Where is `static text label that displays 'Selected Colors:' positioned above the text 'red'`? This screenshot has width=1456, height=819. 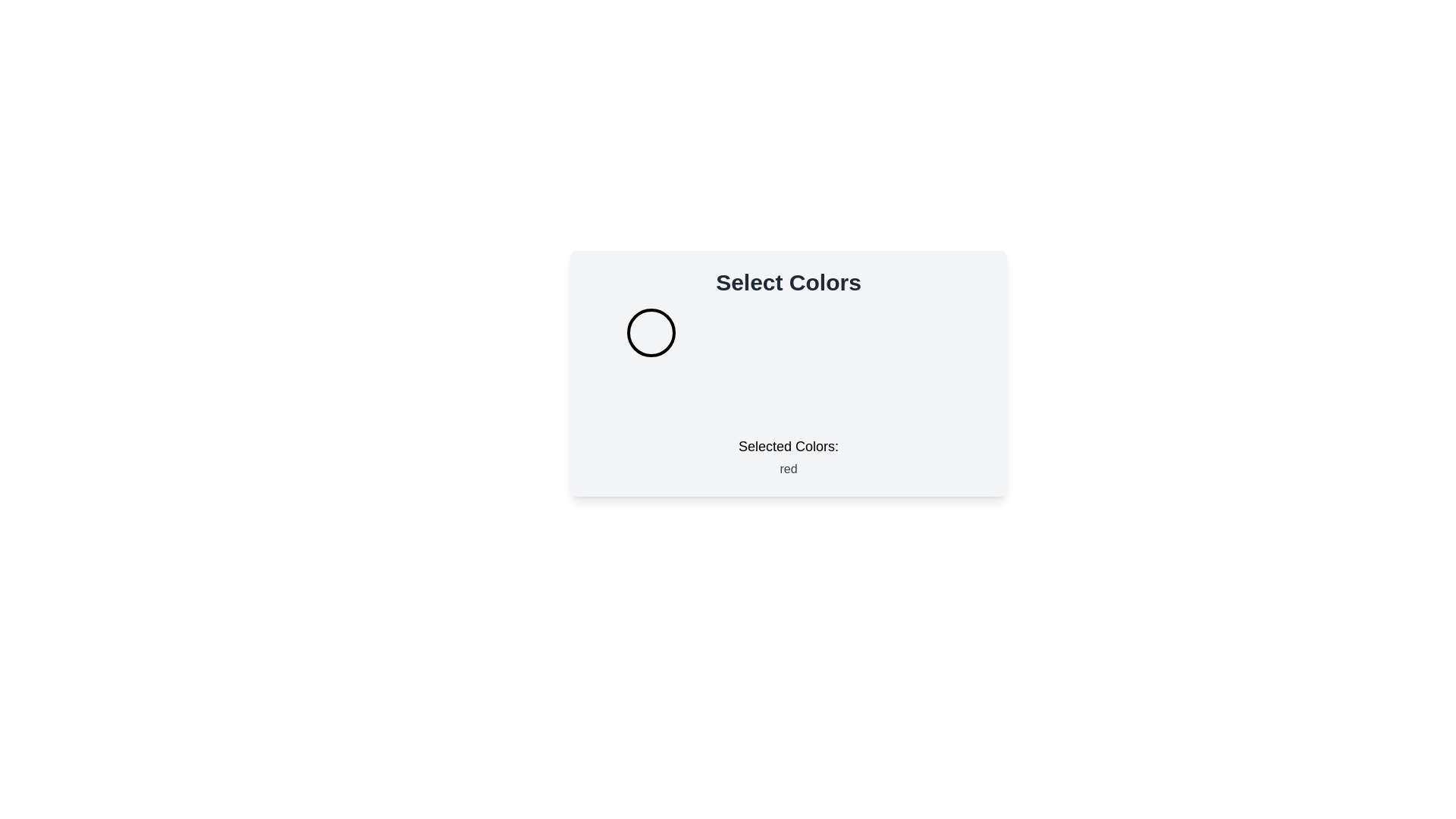
static text label that displays 'Selected Colors:' positioned above the text 'red' is located at coordinates (789, 446).